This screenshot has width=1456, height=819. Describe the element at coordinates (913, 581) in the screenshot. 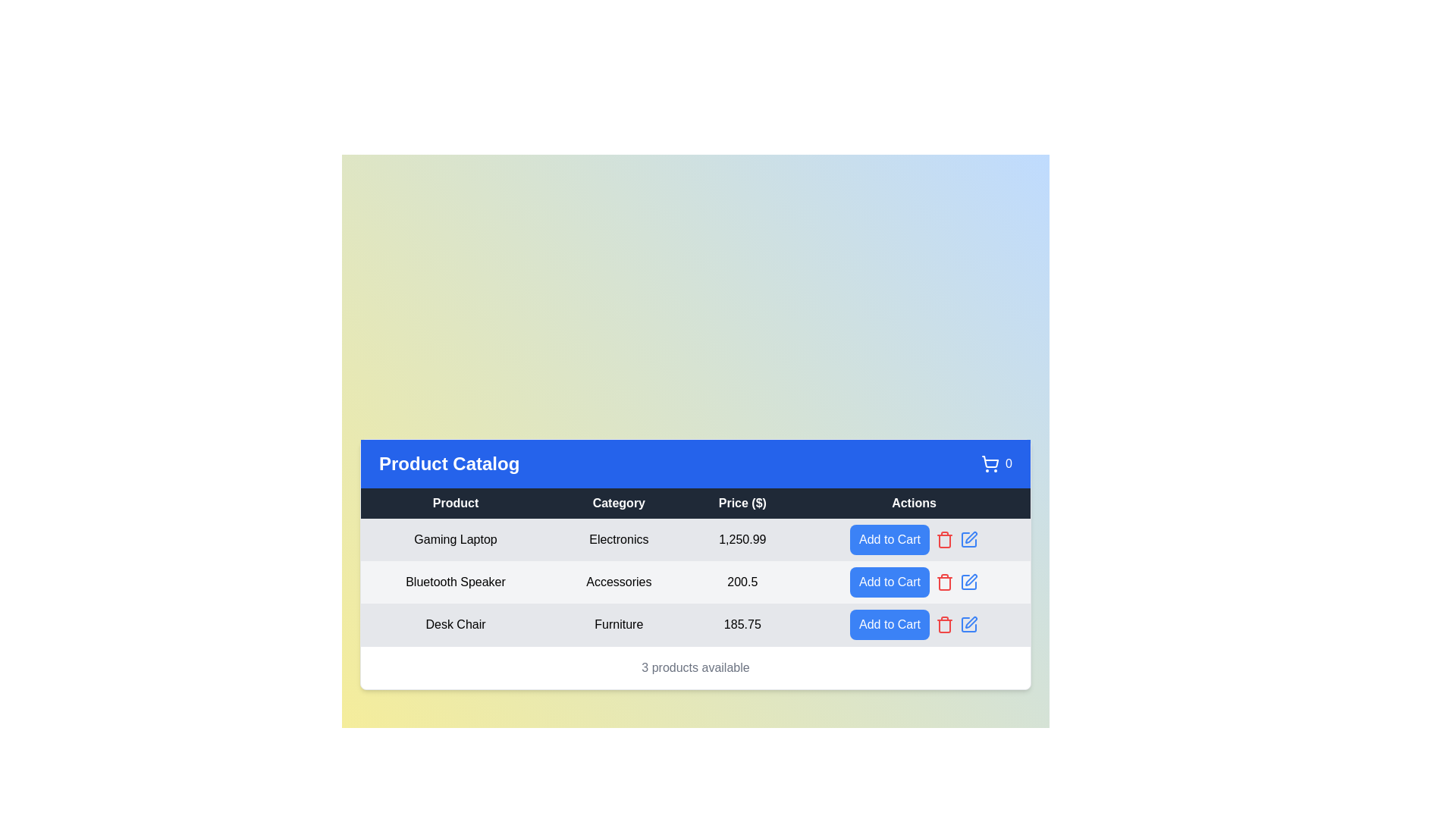

I see `the 'Add to Cart' button with a blue background and white text in the Actions column of the Bluetooth Speaker product` at that location.